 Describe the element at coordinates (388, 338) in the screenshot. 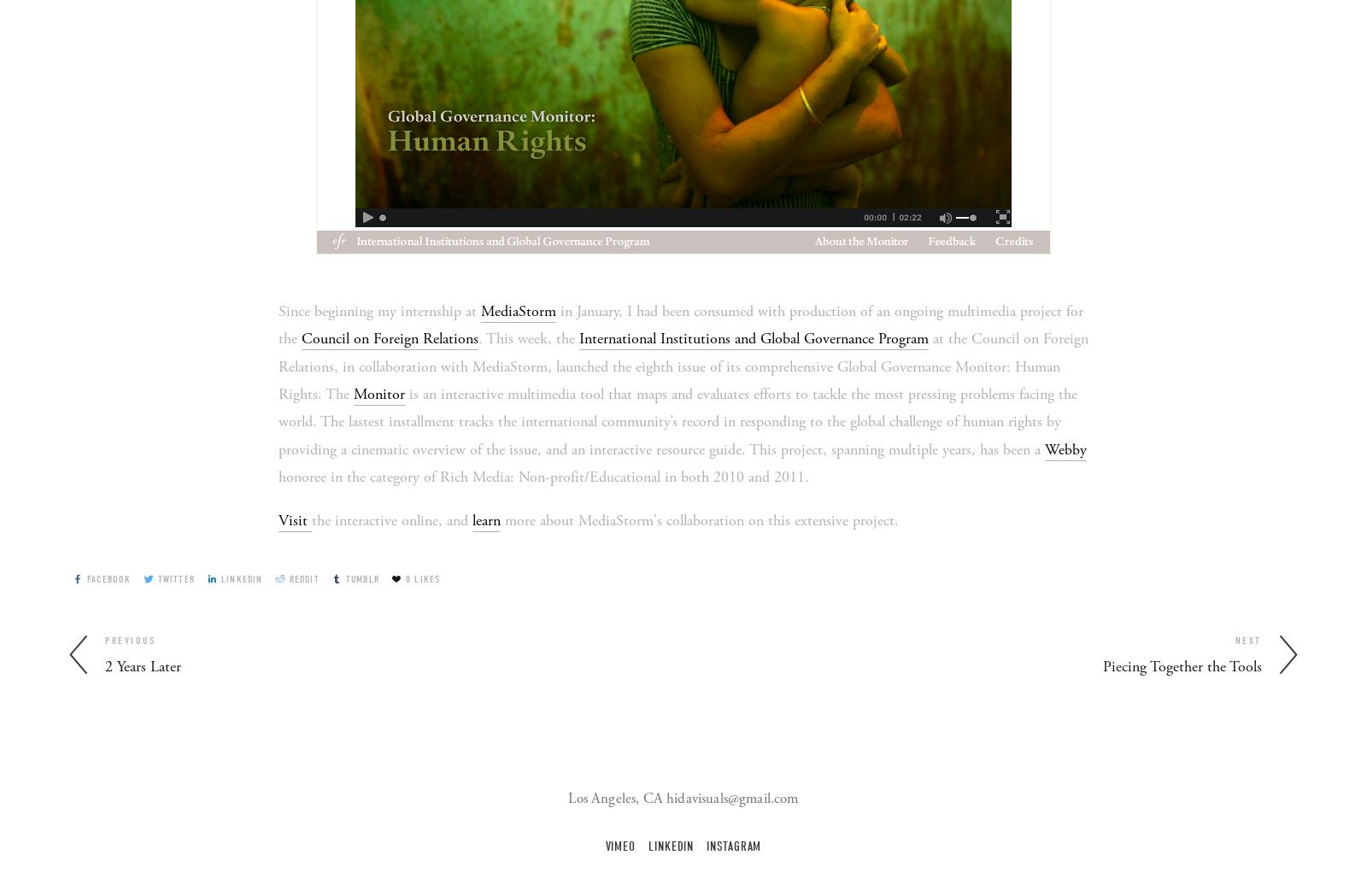

I see `'Council on Foreign Relations'` at that location.